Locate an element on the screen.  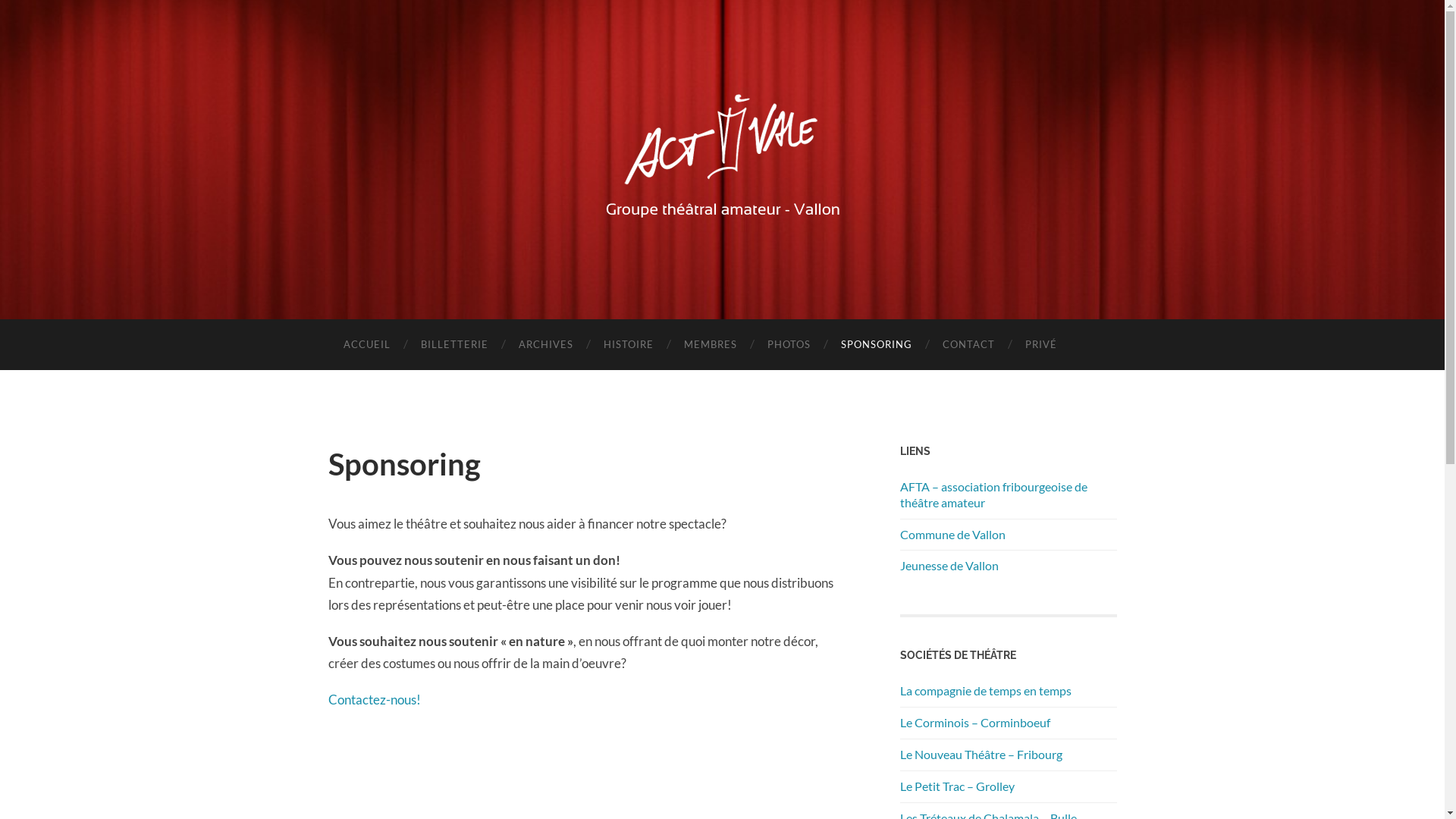
'CONTACT' is located at coordinates (967, 344).